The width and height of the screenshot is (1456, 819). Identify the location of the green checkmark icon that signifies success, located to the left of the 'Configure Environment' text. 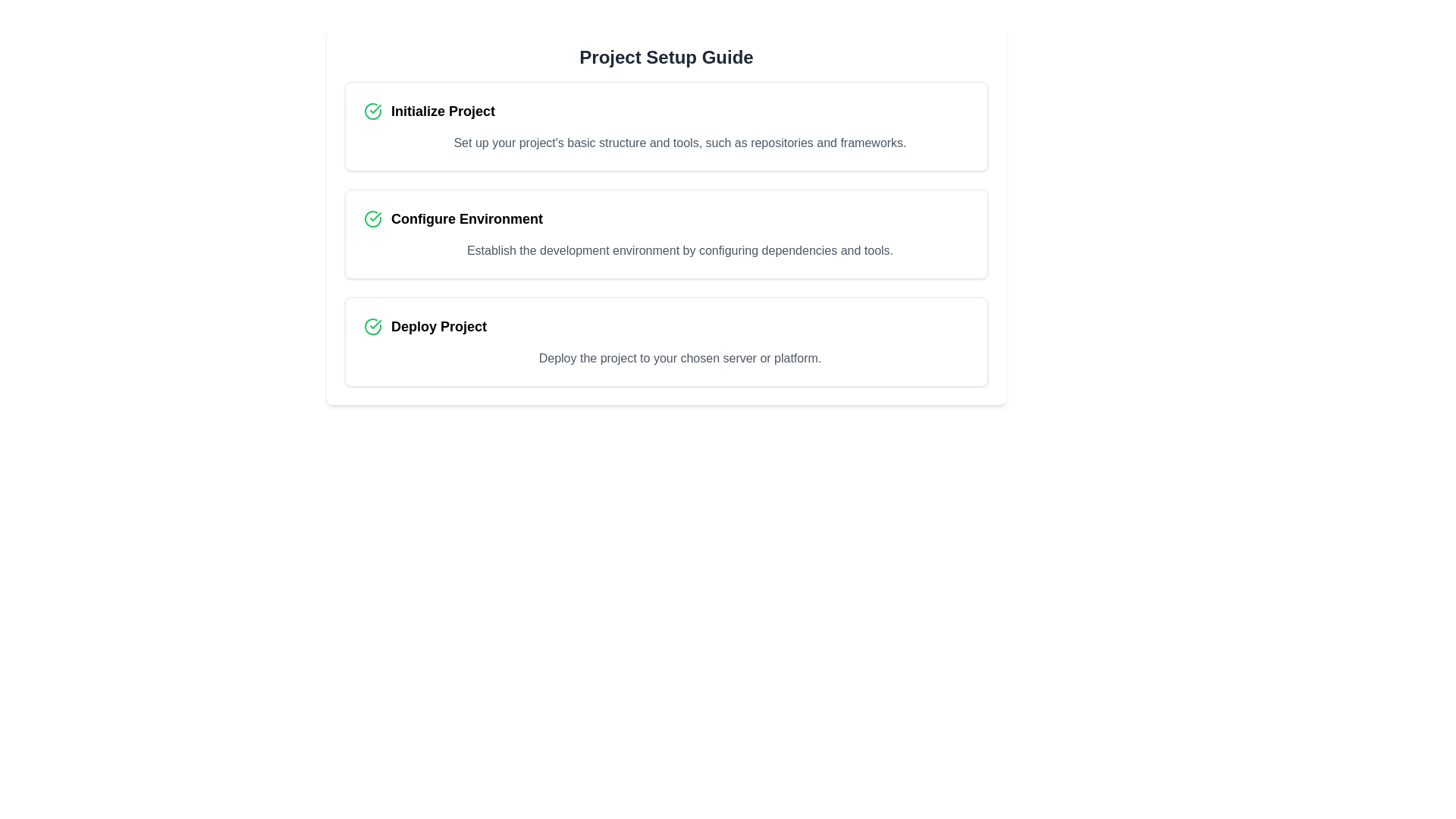
(372, 219).